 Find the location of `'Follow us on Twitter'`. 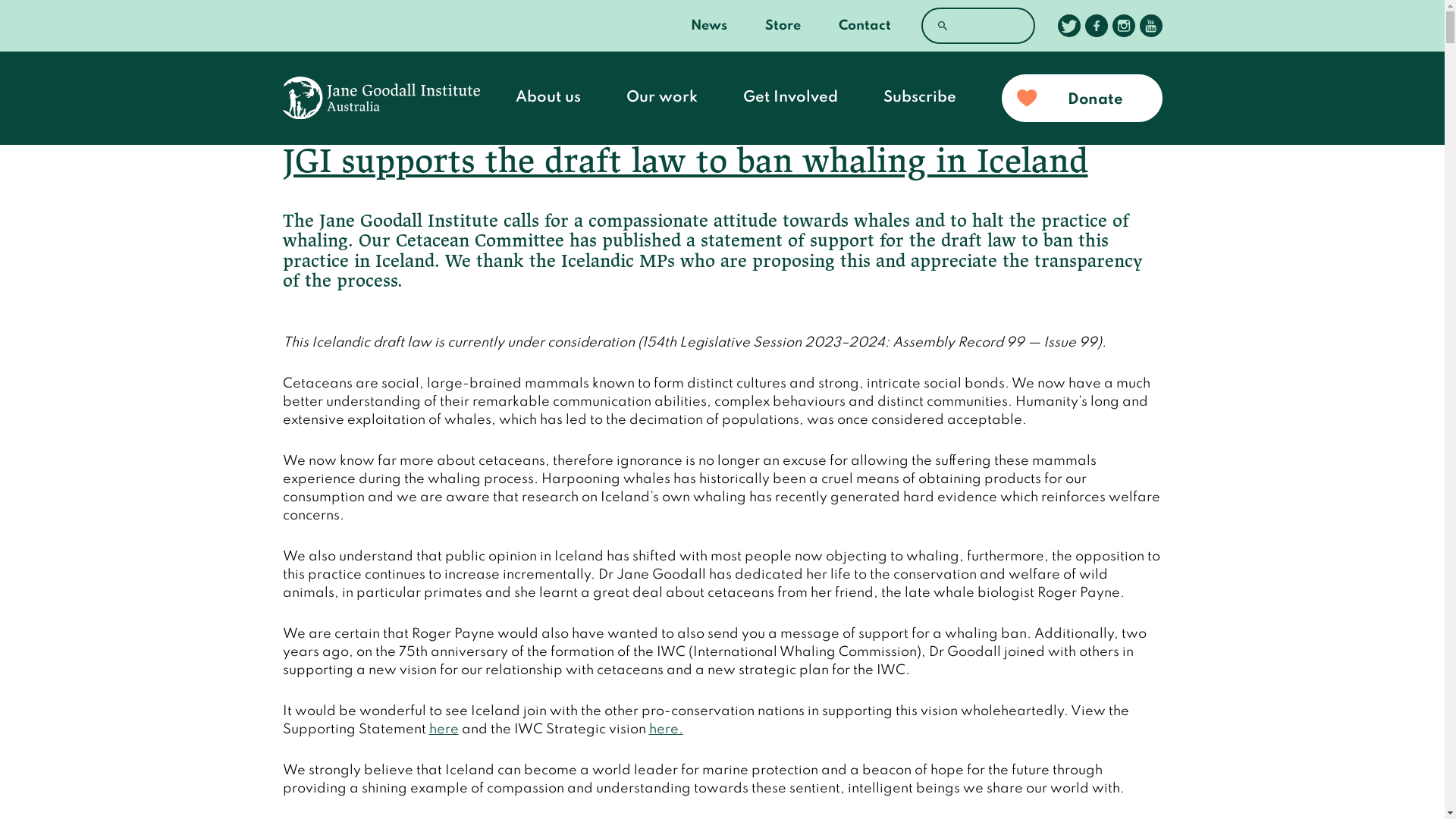

'Follow us on Twitter' is located at coordinates (1068, 26).